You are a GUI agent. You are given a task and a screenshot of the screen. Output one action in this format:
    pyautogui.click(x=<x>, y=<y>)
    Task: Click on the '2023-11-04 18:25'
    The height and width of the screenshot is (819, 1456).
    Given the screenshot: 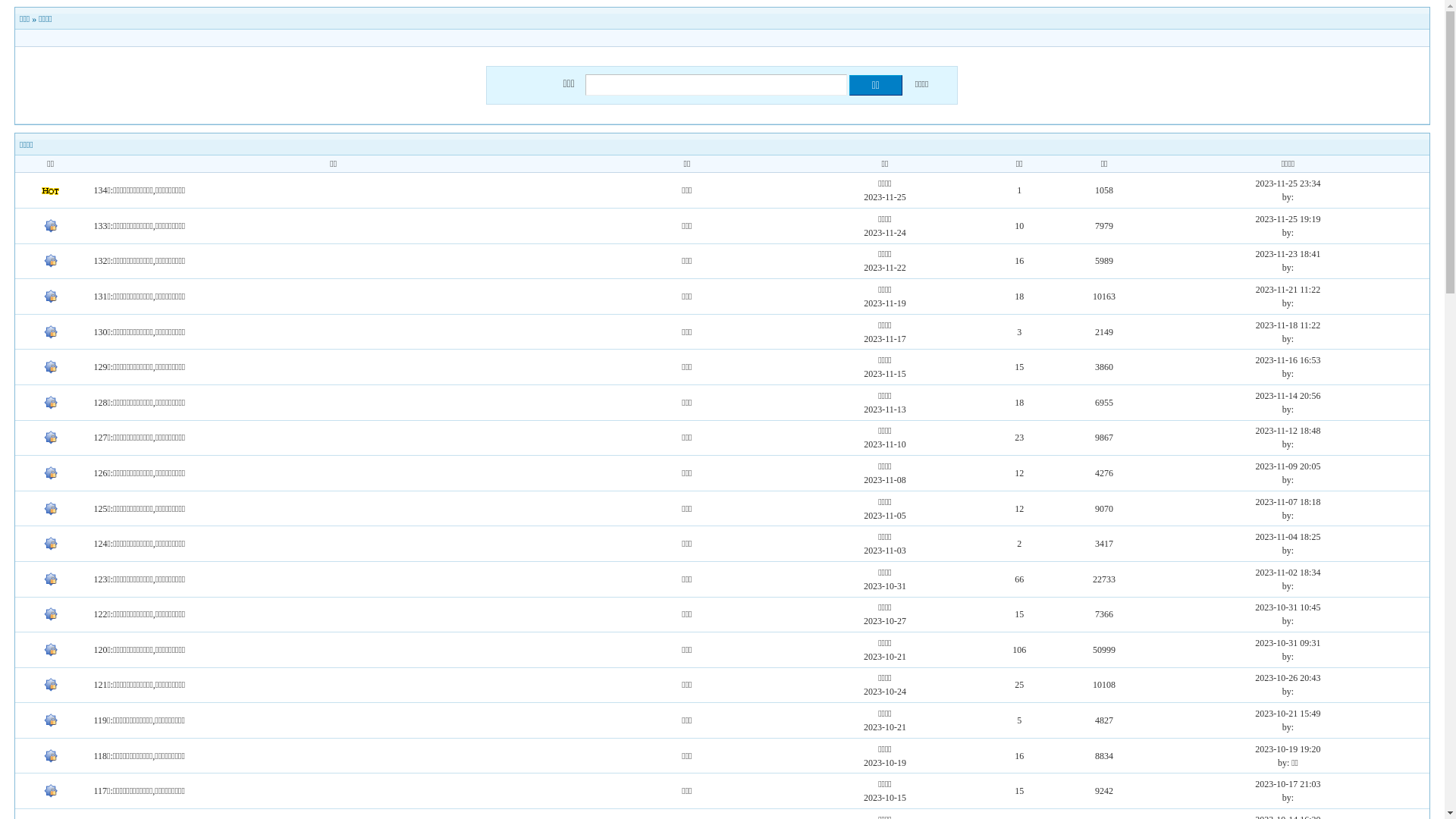 What is the action you would take?
    pyautogui.click(x=1288, y=536)
    